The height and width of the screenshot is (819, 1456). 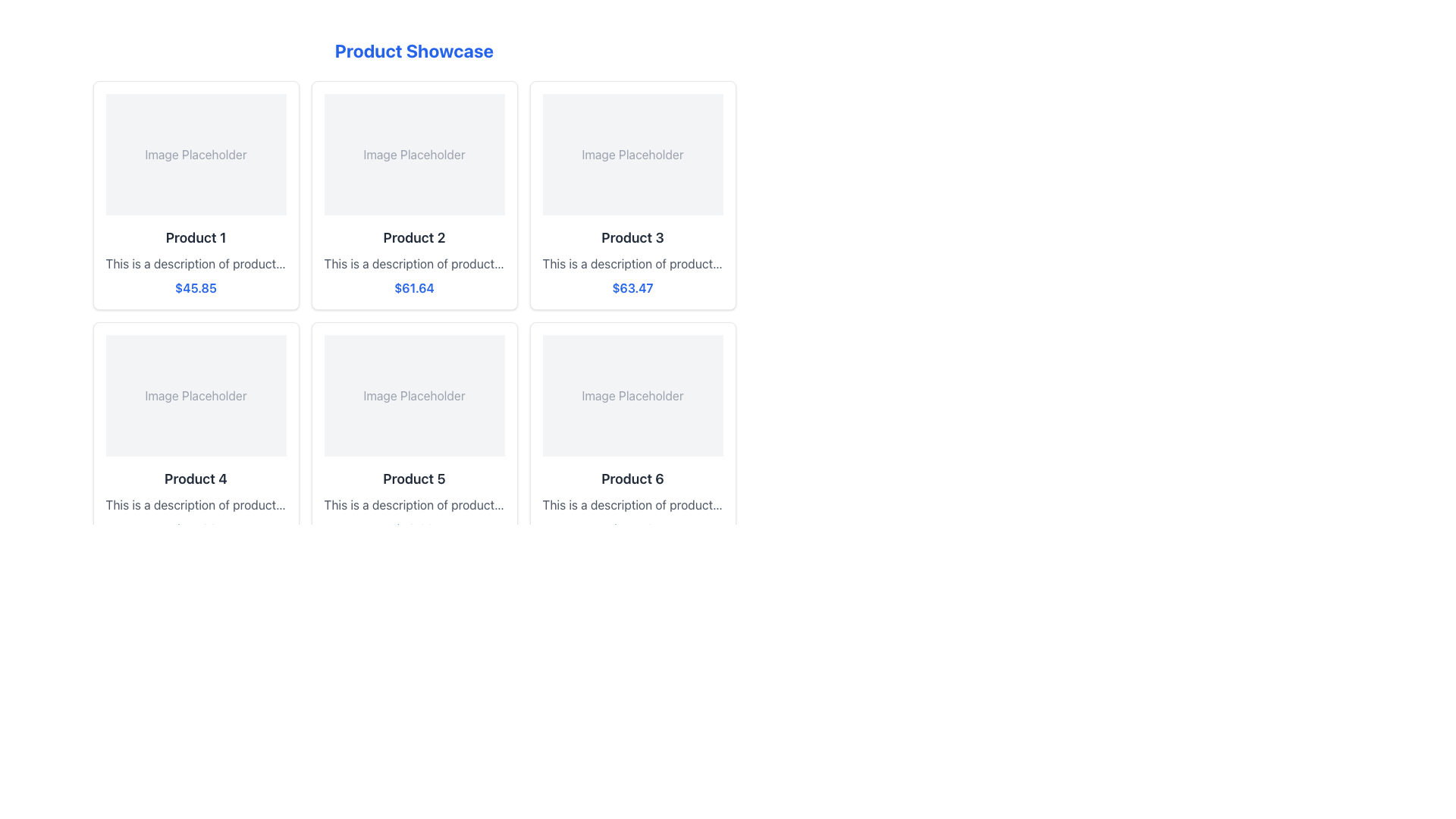 What do you see at coordinates (632, 505) in the screenshot?
I see `the text block containing the phrase 'This is a description of product 6.' which is styled with a gray font color and is positioned below the title 'Product 6' within the product card` at bounding box center [632, 505].